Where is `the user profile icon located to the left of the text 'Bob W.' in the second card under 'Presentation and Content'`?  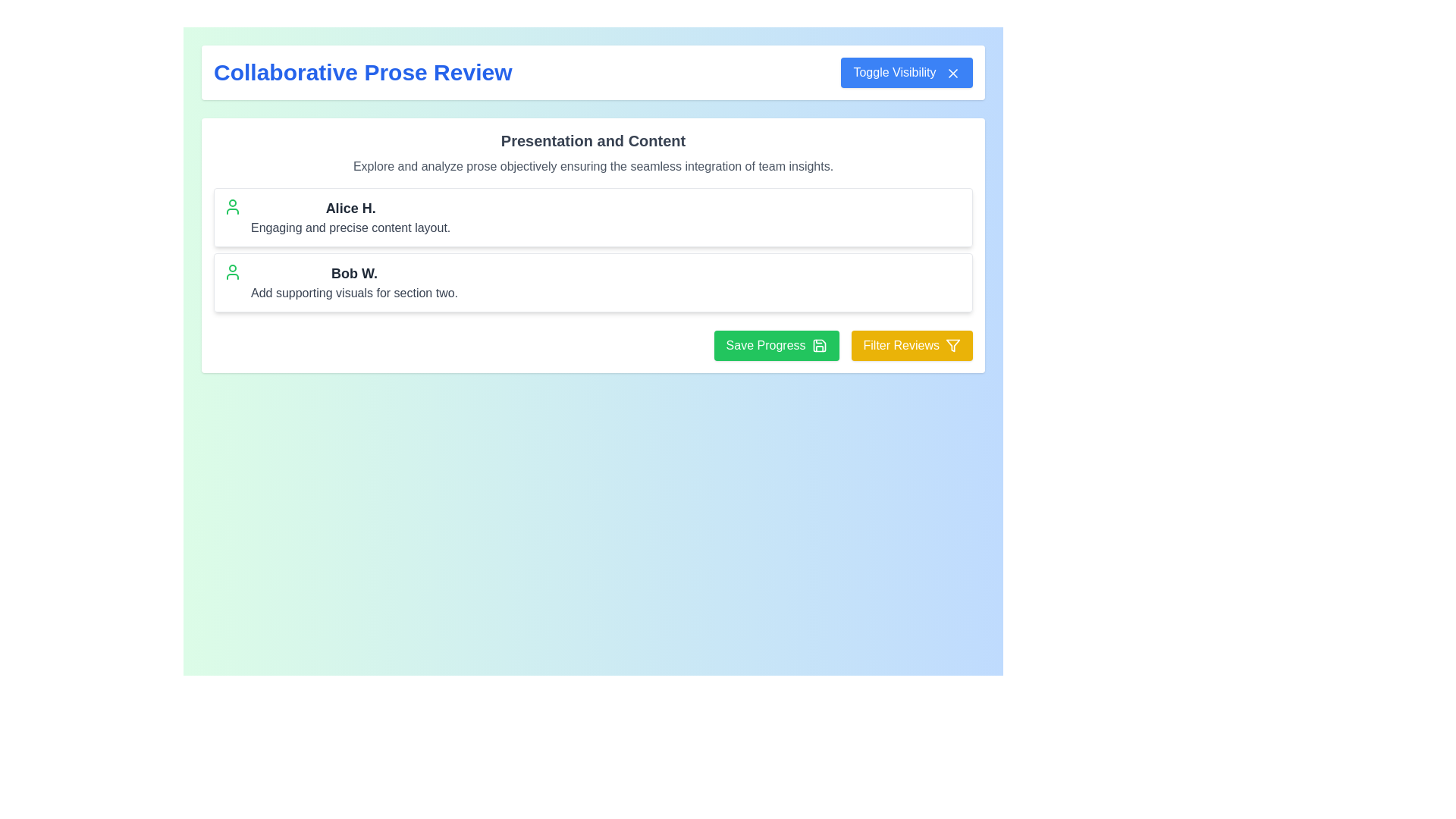 the user profile icon located to the left of the text 'Bob W.' in the second card under 'Presentation and Content' is located at coordinates (232, 271).